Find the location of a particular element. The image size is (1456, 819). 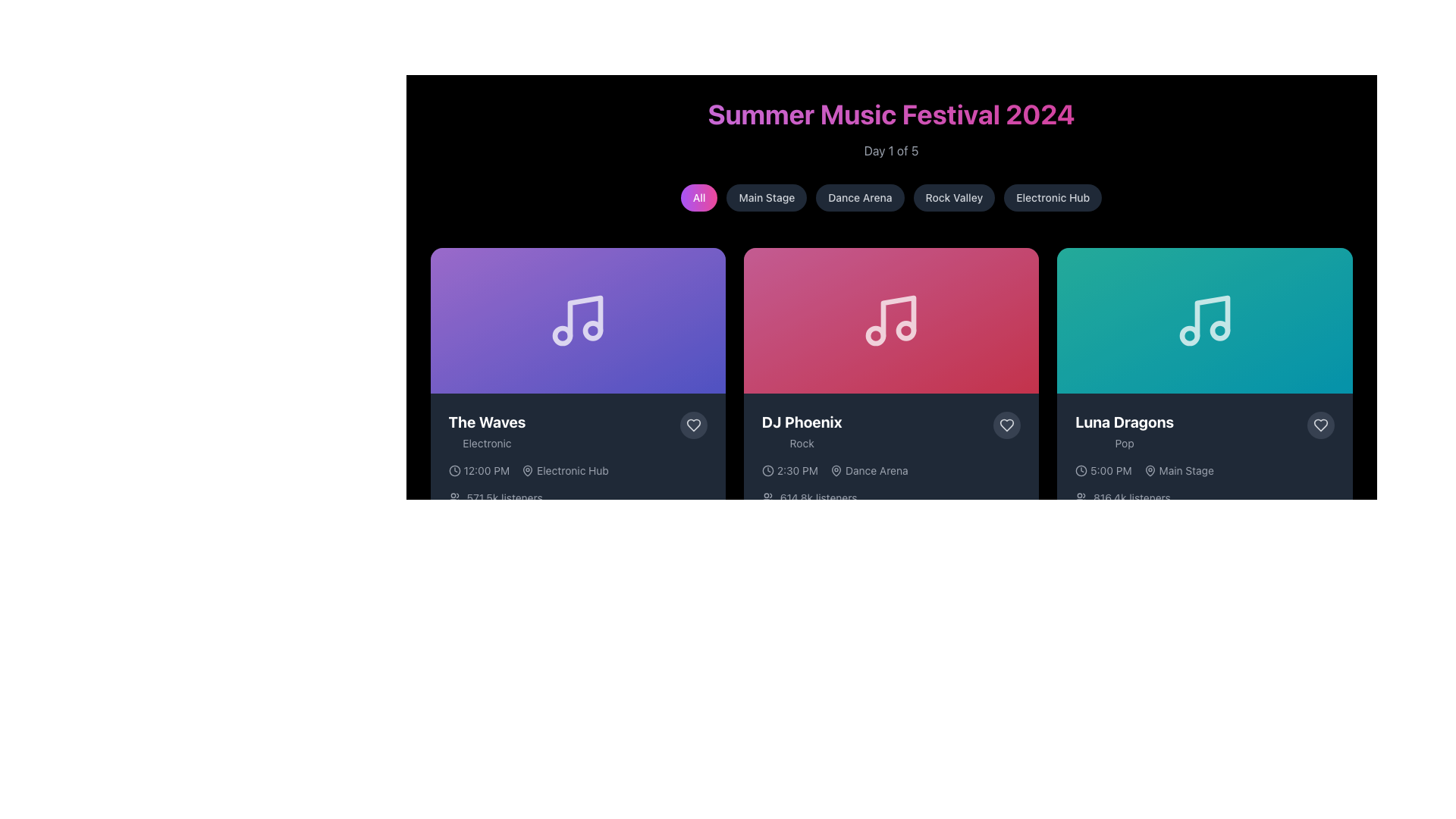

the label with the text 'Electronic Hub' and a map pin icon, located to the right of '12:00 PM' in the lower panel of 'The Waves' event card is located at coordinates (564, 470).